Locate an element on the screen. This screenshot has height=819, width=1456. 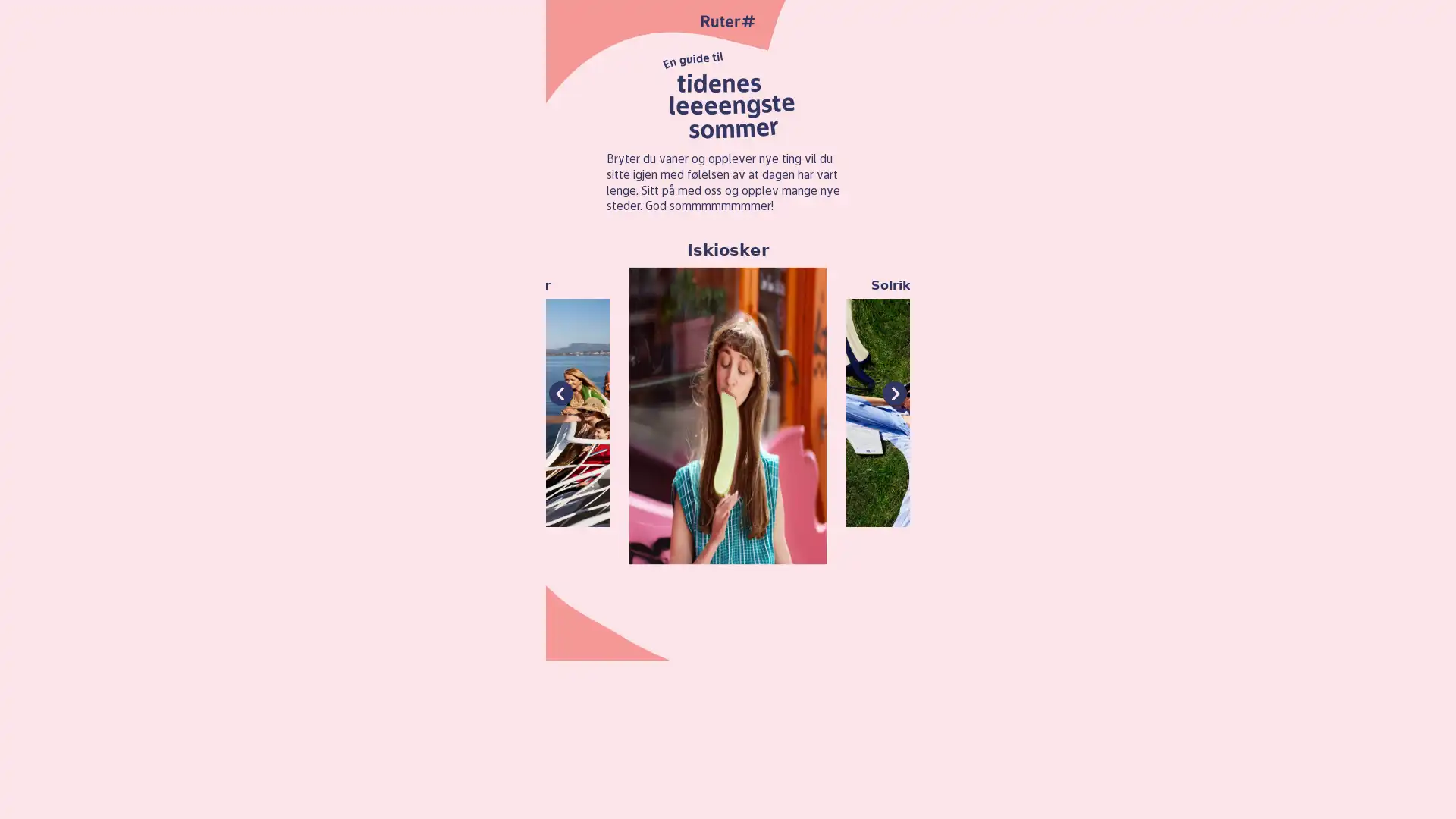
Stupetarn is located at coordinates (1116, 402).